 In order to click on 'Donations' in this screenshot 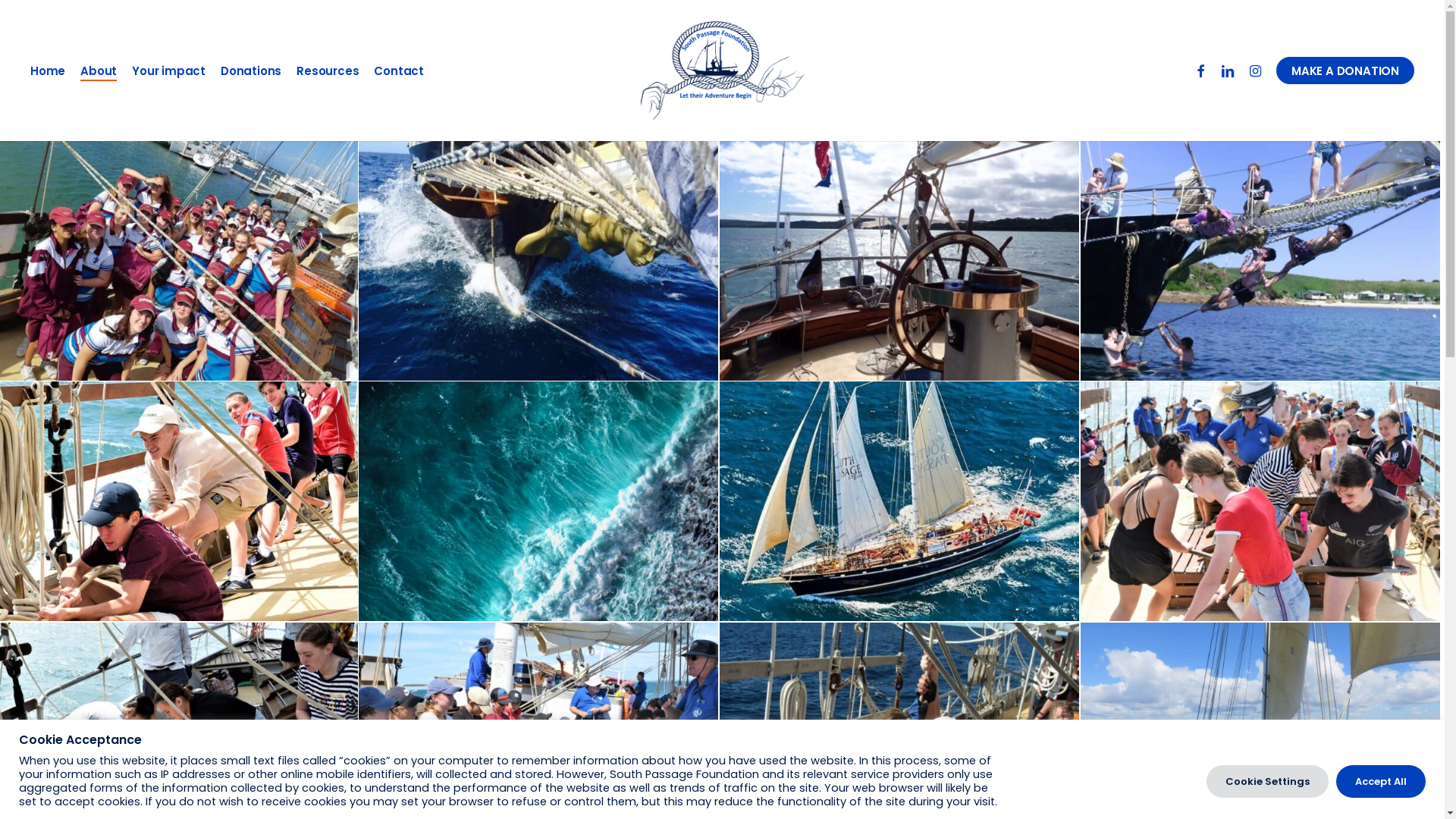, I will do `click(251, 71)`.